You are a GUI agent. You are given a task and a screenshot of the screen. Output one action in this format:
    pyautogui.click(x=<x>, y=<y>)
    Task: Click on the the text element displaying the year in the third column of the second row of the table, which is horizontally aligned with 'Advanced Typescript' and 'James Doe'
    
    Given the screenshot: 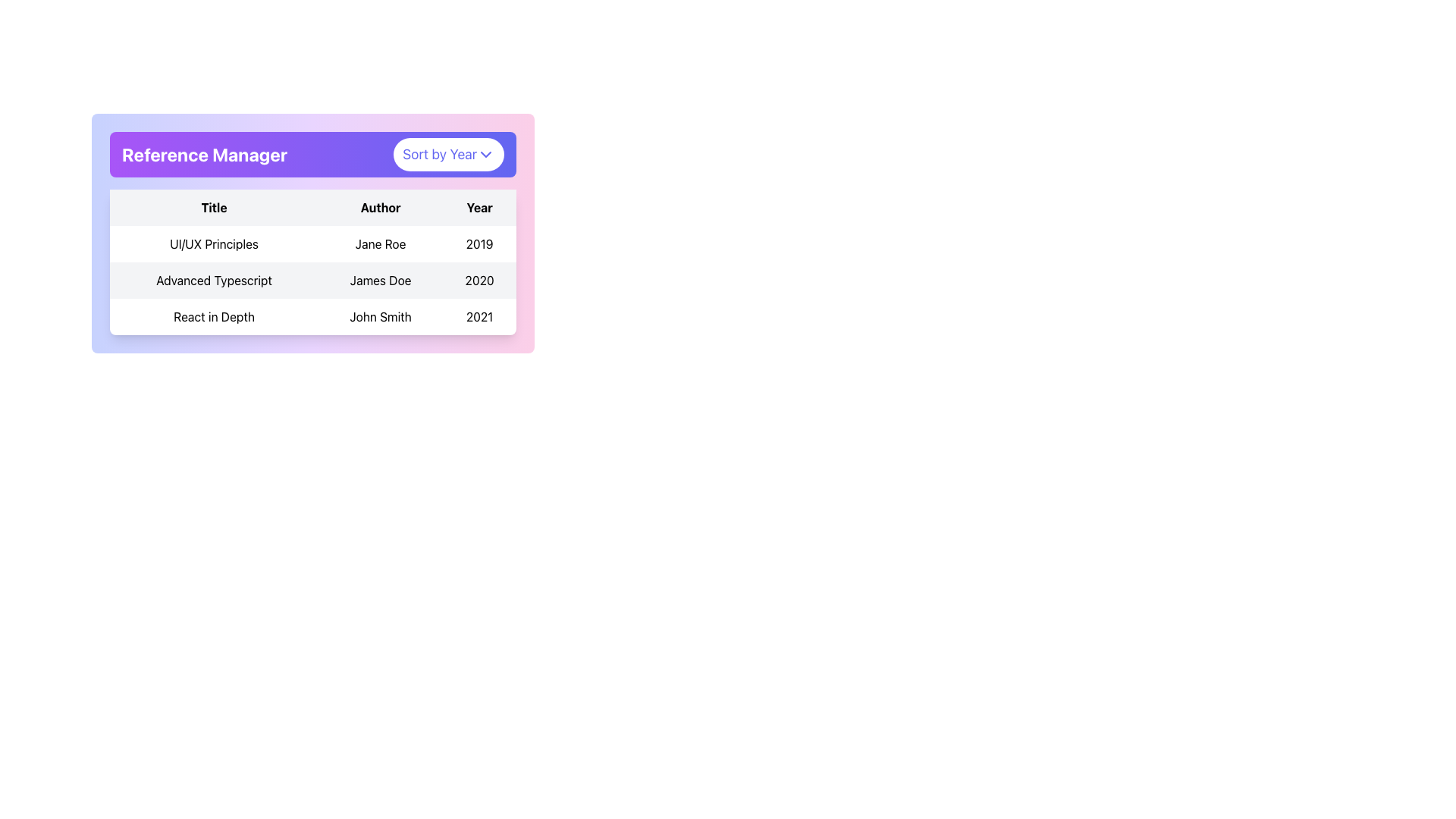 What is the action you would take?
    pyautogui.click(x=479, y=281)
    